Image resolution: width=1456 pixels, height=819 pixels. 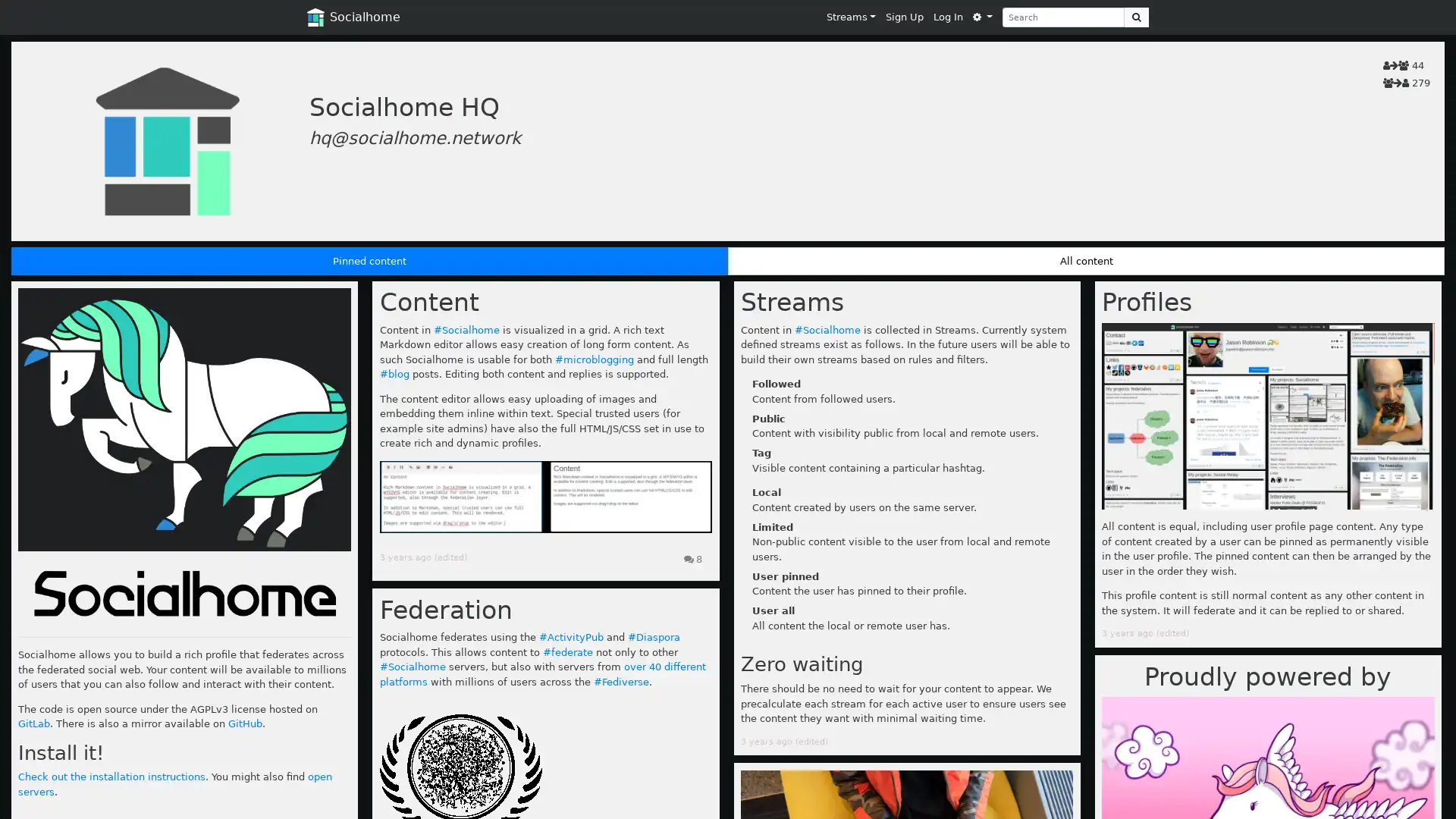 I want to click on Replies, so click(x=692, y=559).